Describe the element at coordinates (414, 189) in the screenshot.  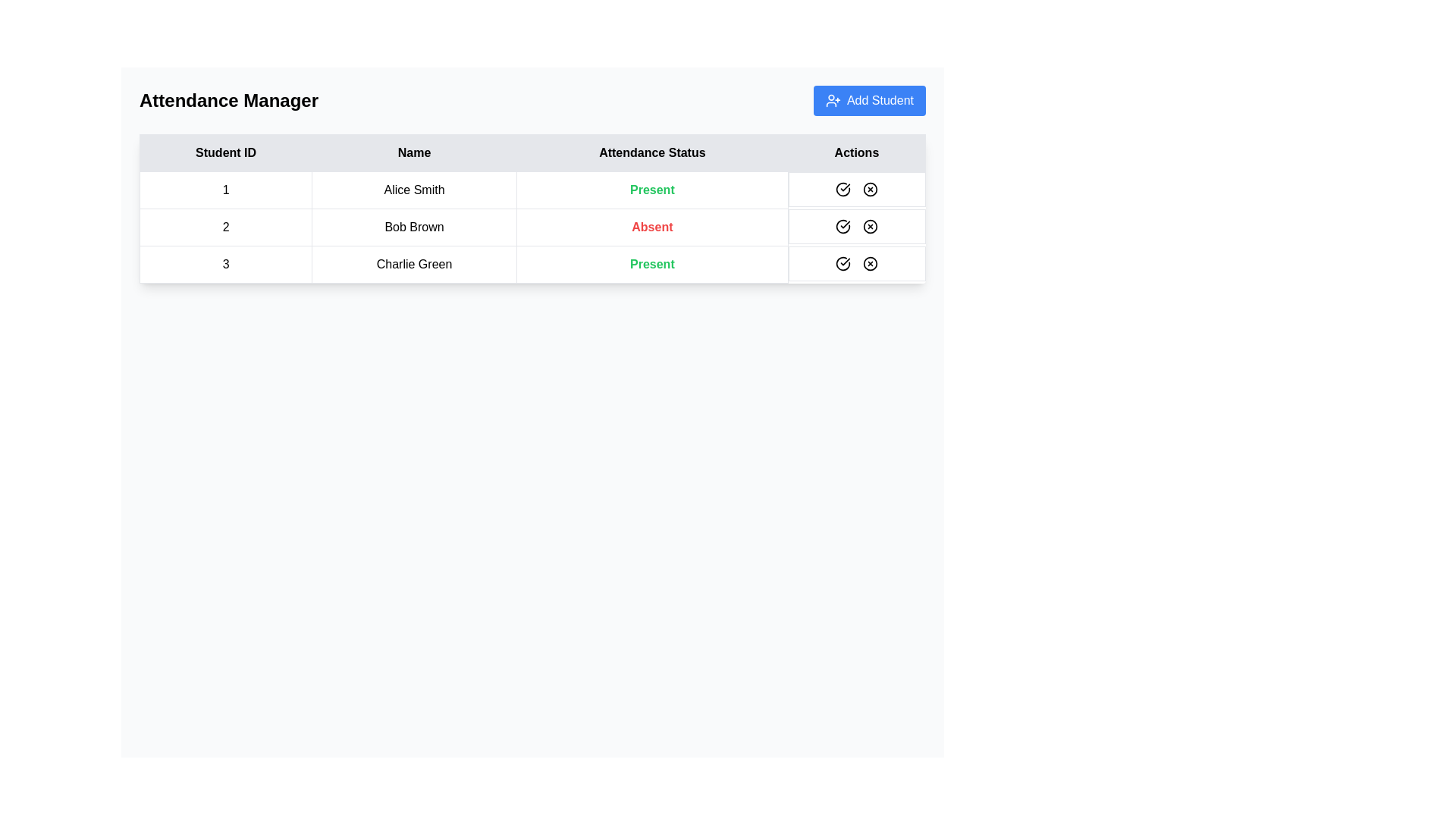
I see `the Text display element that shows 'Alice Smith' in the Name column of the attendance table, which is located in the first row` at that location.